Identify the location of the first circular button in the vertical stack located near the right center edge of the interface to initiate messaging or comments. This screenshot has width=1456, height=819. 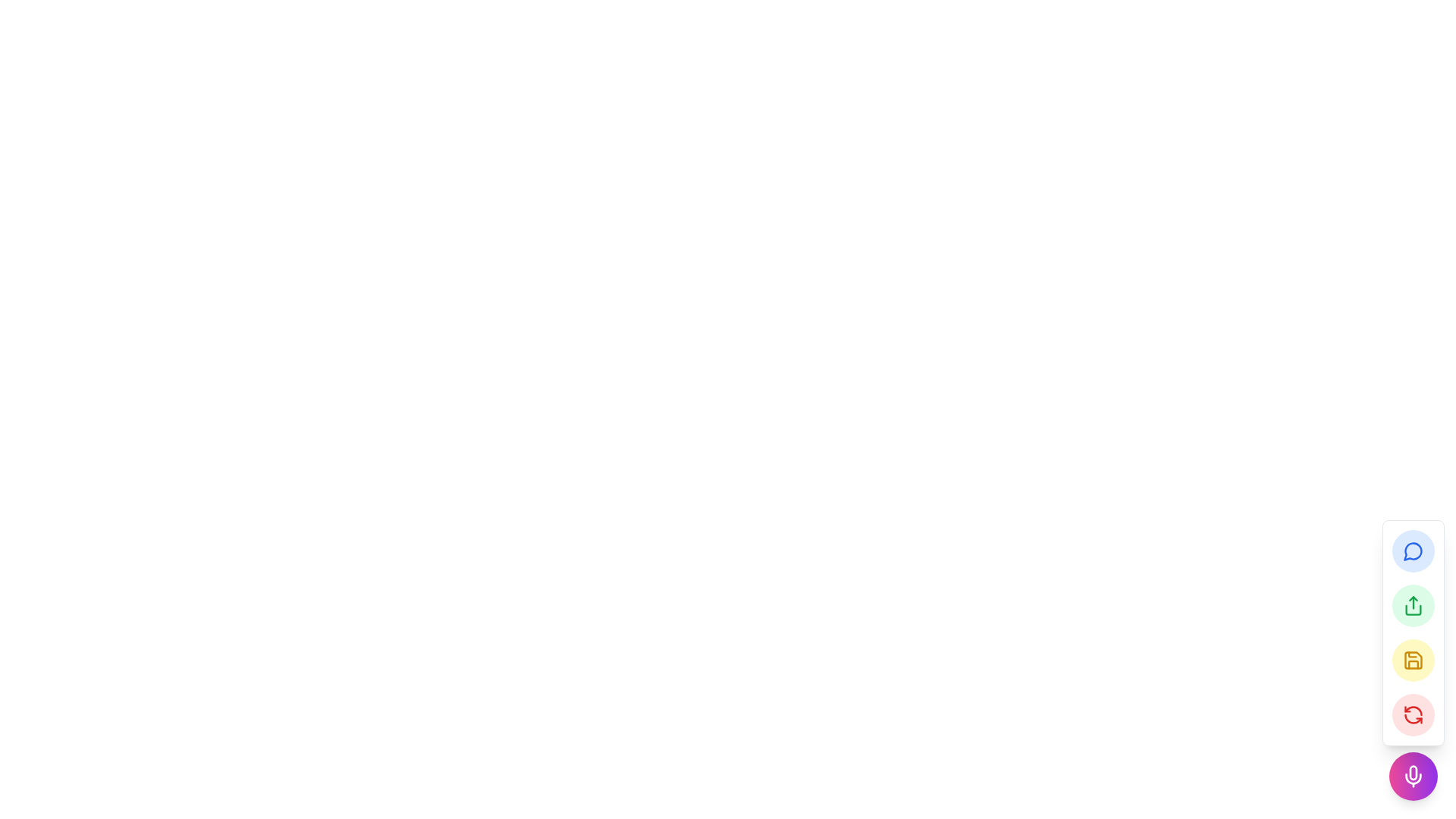
(1412, 551).